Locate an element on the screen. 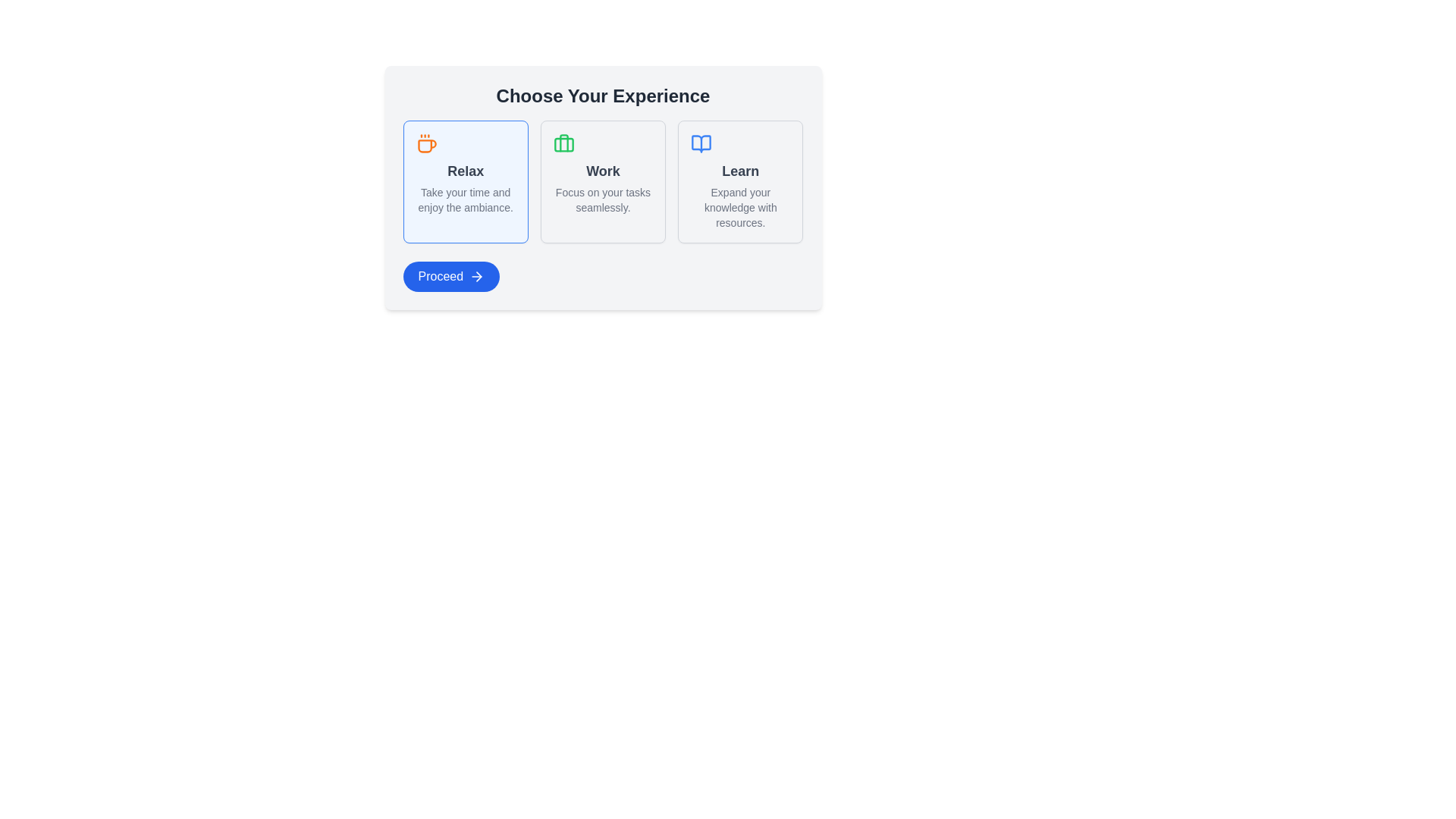 Image resolution: width=1456 pixels, height=819 pixels. the 'Relax' icon in the 'Choose Your Experience' interface, which is the first selectable icon in the top section is located at coordinates (425, 143).